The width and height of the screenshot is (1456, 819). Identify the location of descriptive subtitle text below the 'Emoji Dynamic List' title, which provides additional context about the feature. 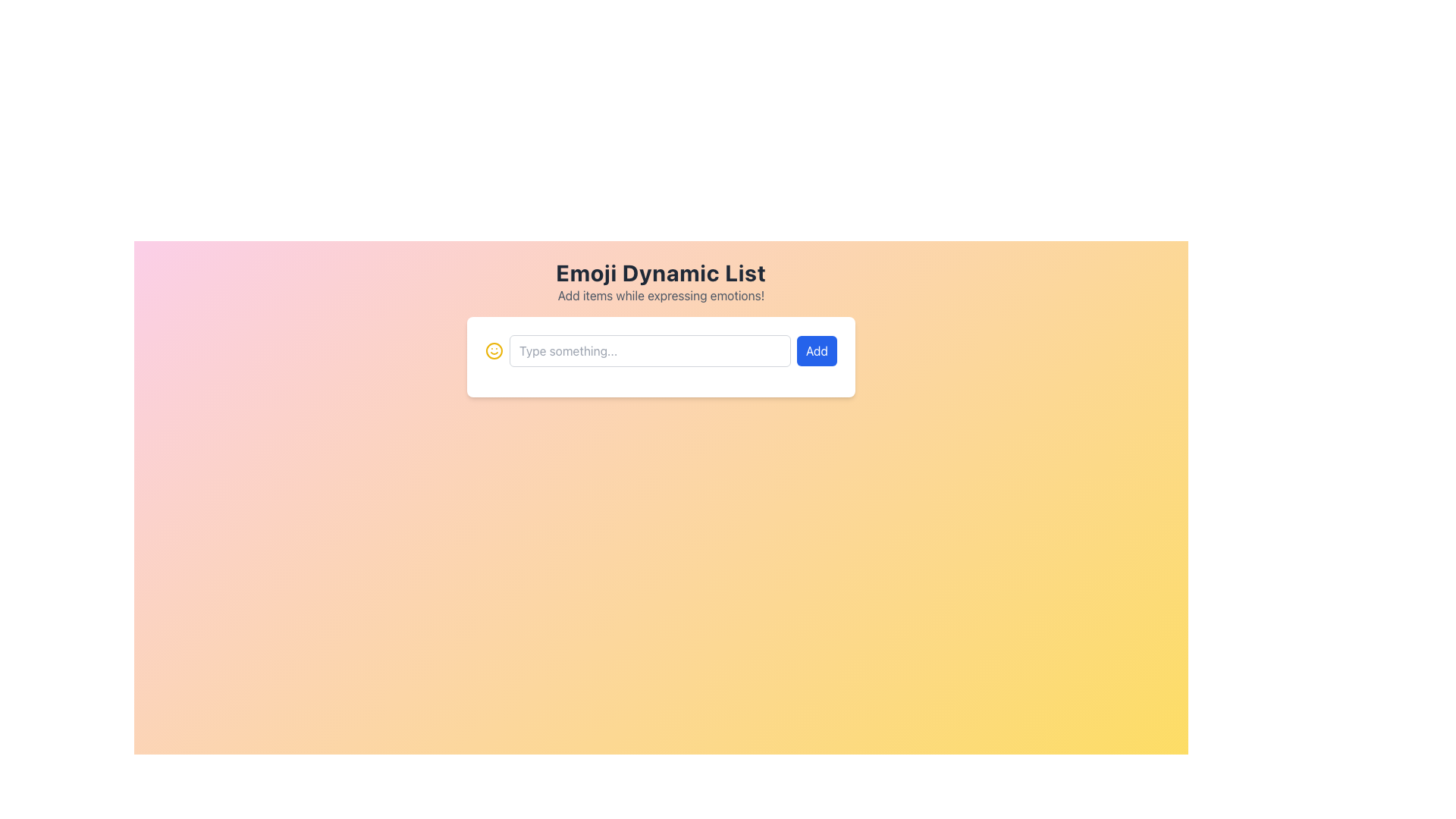
(661, 295).